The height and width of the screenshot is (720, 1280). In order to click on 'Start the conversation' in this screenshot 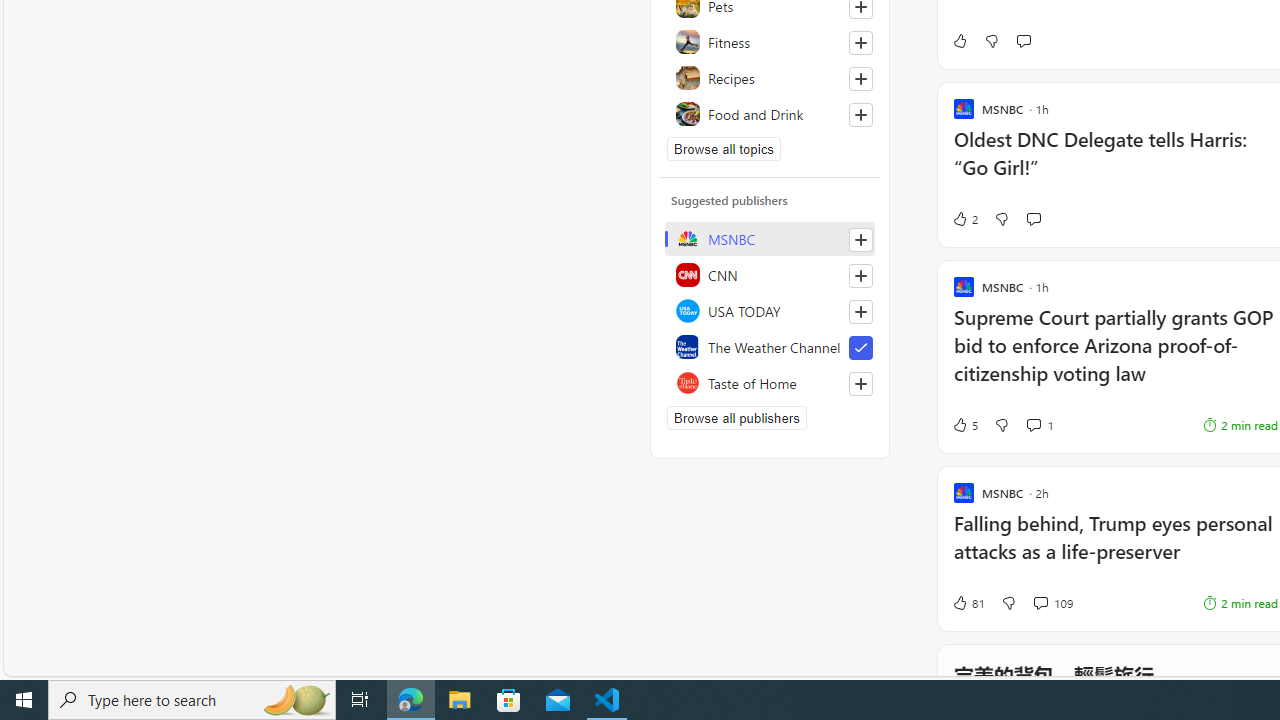, I will do `click(1033, 219)`.